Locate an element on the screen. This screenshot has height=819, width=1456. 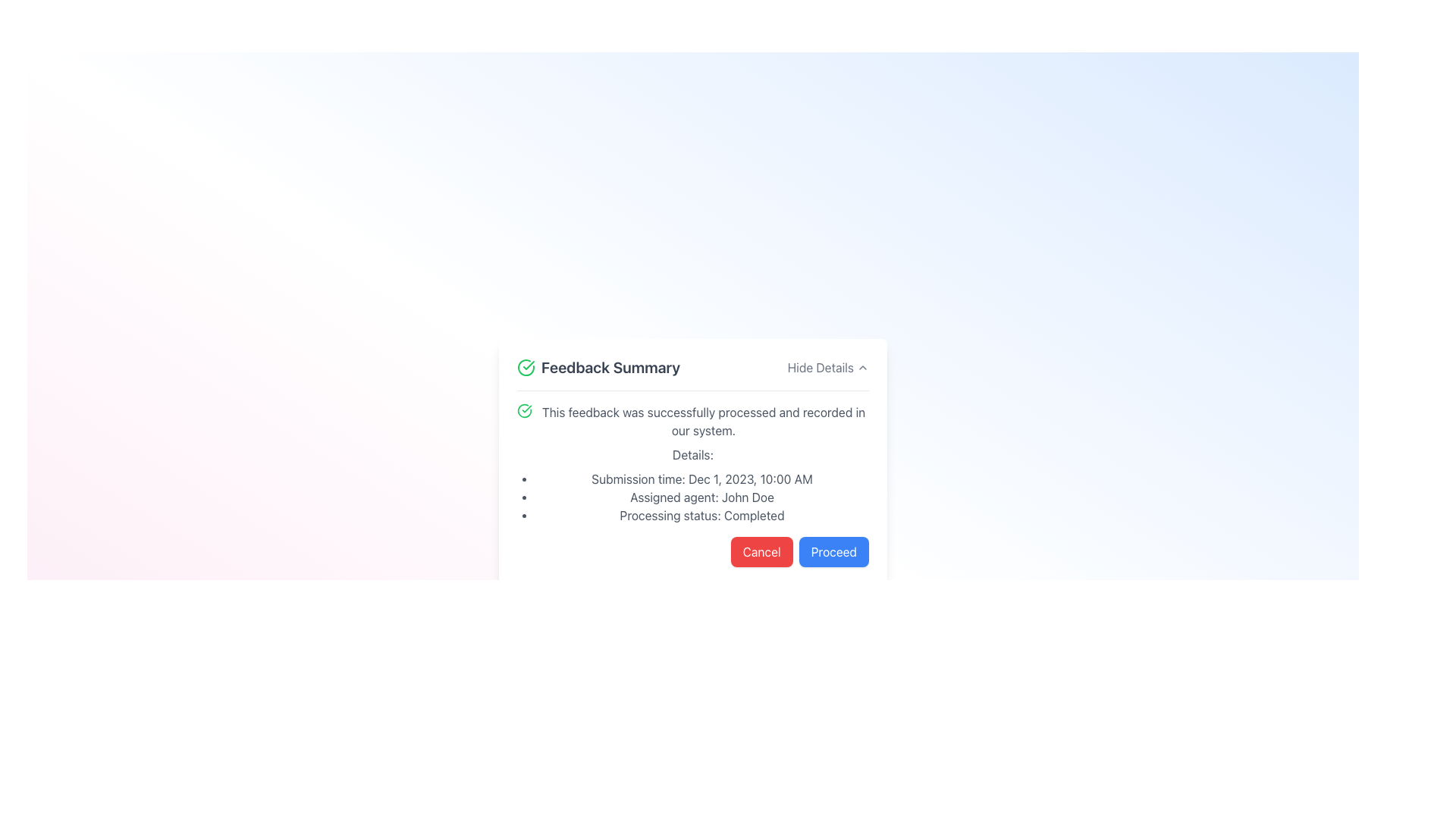
the 'Hide Details' hyperlink button located in the upper-right corner of the 'Feedback Summary' section, which is styled in gray and underlined on hover is located at coordinates (827, 366).